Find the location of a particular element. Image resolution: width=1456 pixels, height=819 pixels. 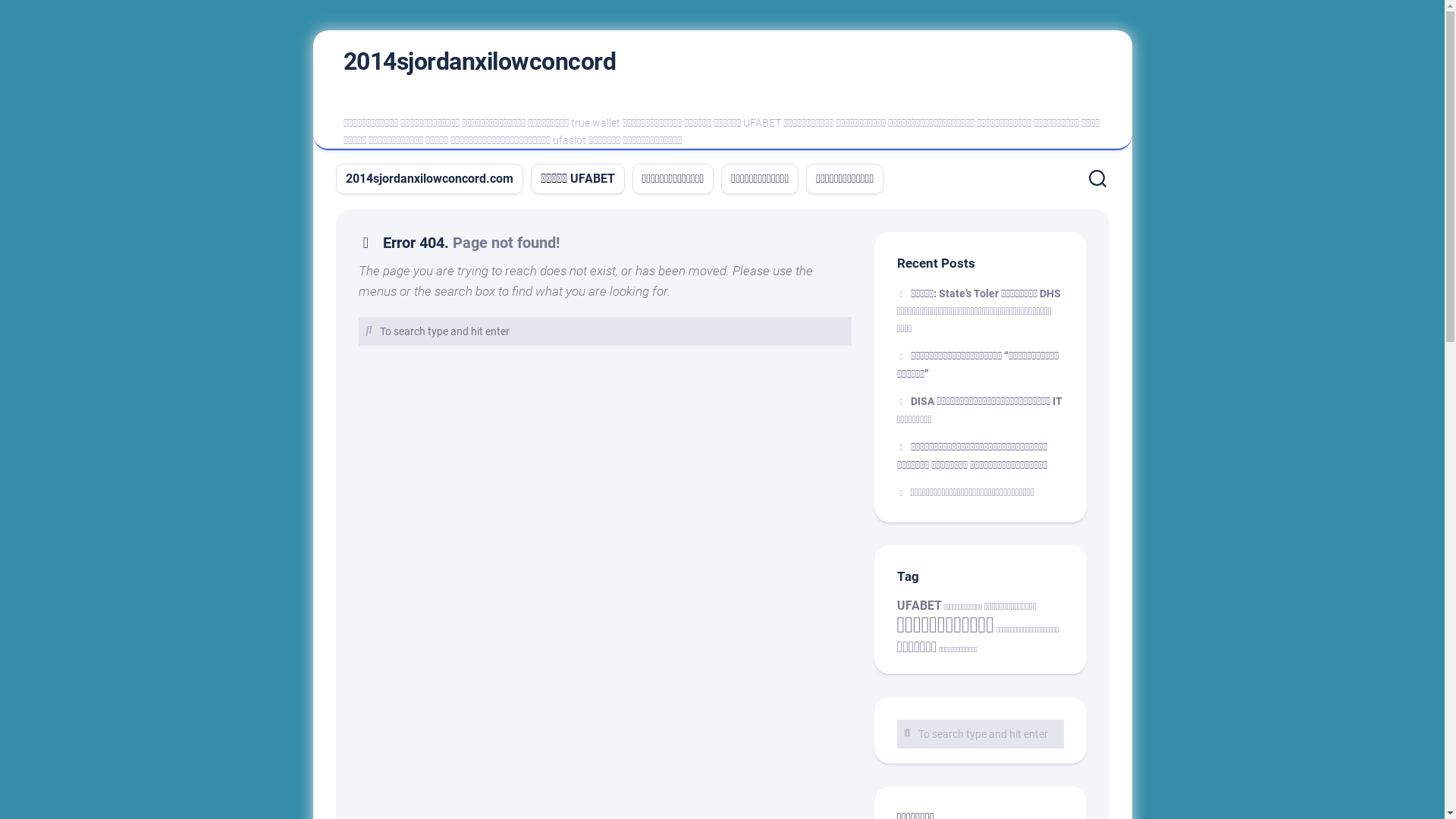

'UFABET' is located at coordinates (918, 604).